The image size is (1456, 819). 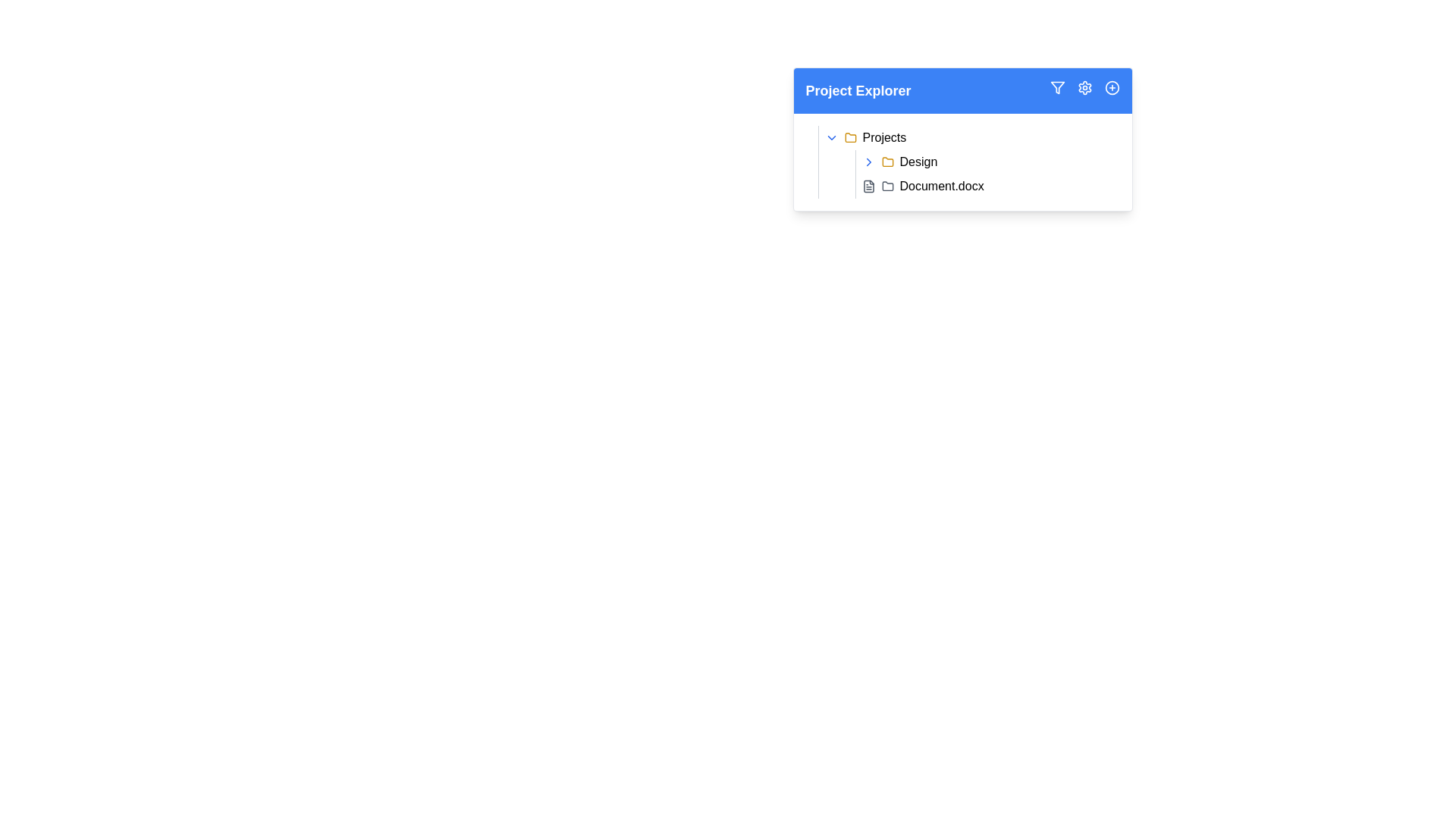 I want to click on the settings button located in the upper right corner of the blue 'Project Explorer' title bar, so click(x=1084, y=87).